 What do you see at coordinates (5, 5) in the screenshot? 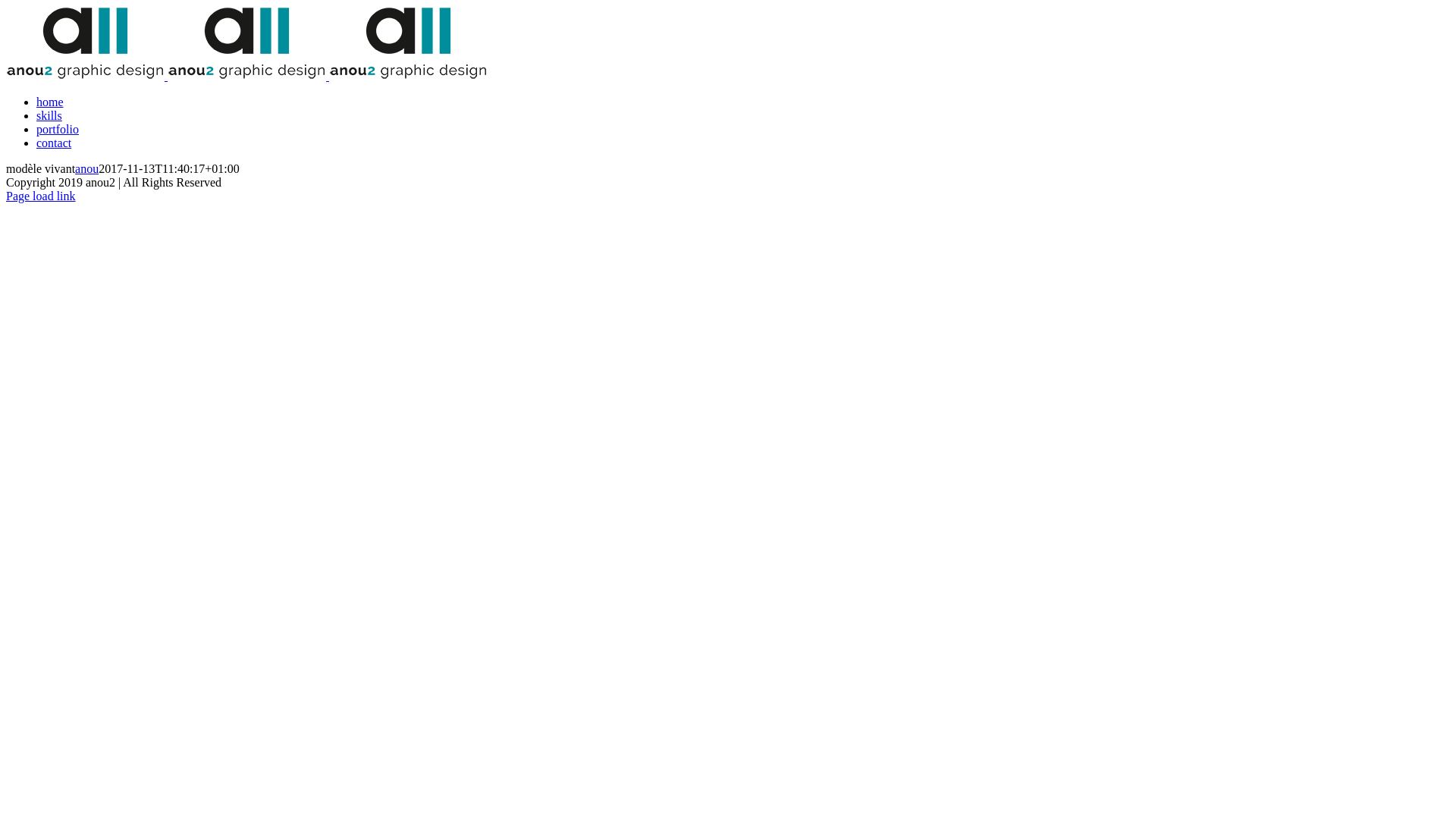
I see `'Passer au contenu'` at bounding box center [5, 5].